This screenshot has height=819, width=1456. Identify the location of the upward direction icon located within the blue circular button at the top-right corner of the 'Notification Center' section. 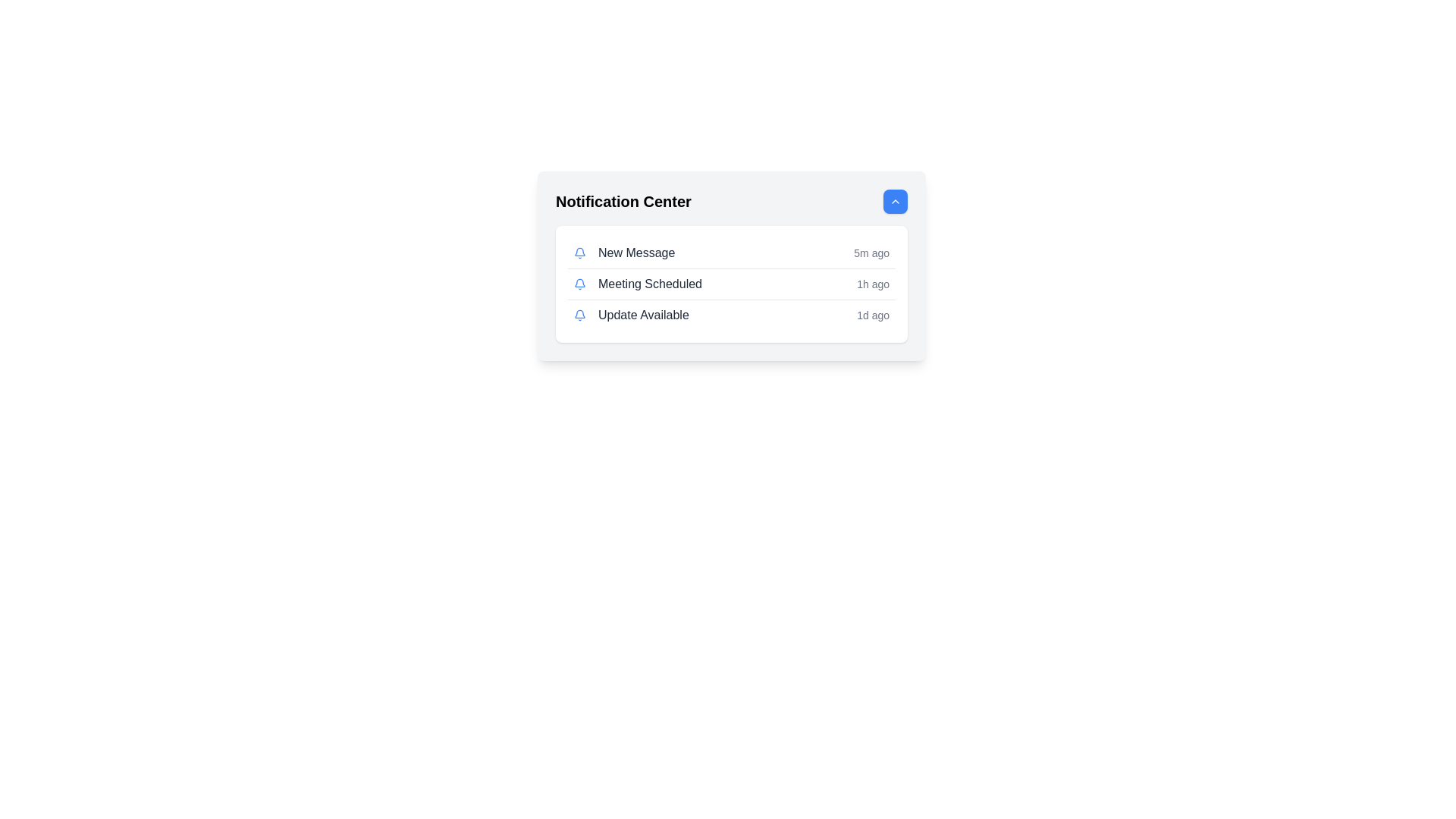
(895, 201).